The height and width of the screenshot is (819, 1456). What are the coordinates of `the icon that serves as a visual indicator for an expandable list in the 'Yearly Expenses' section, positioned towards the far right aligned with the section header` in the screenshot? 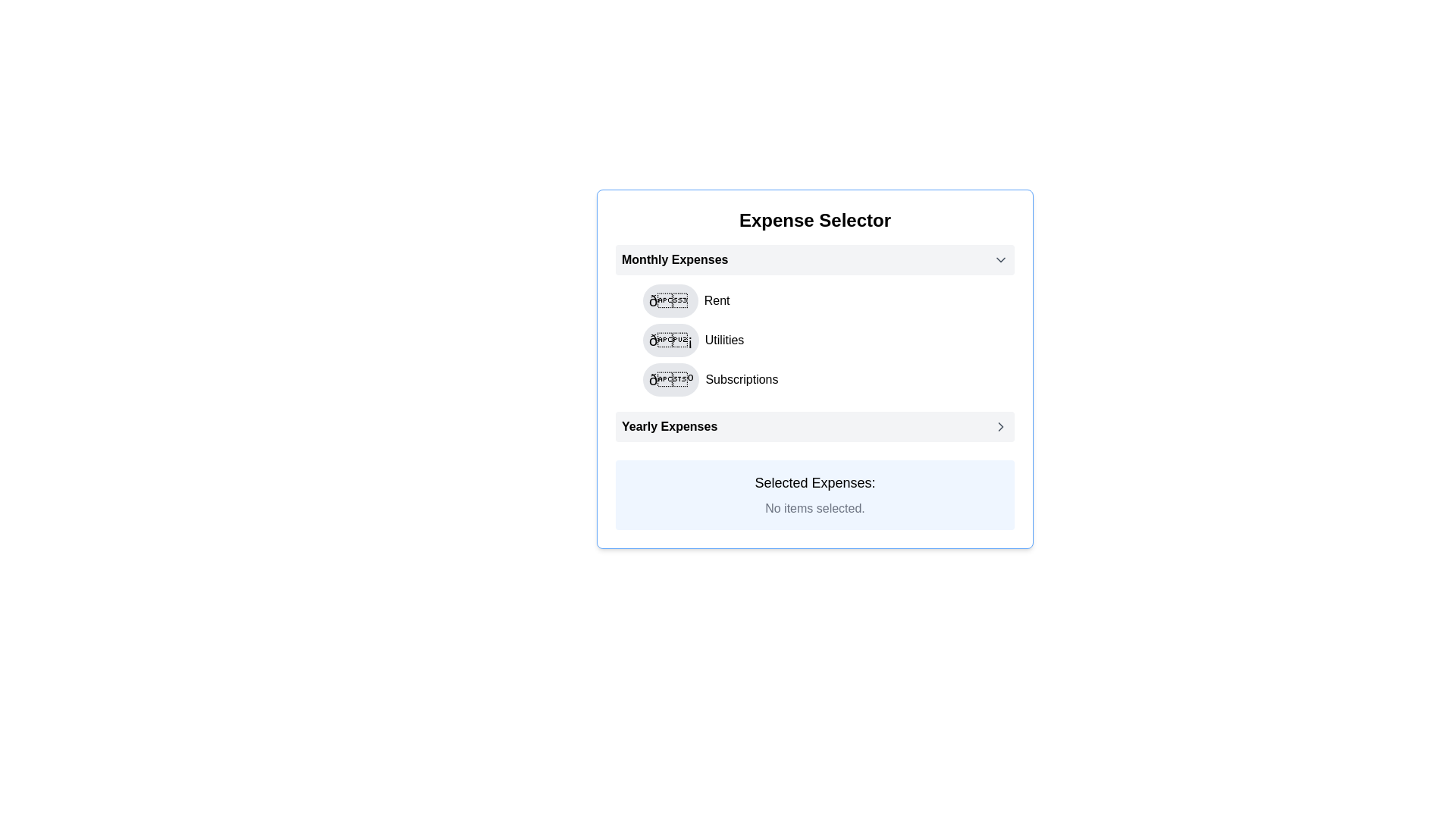 It's located at (1001, 427).